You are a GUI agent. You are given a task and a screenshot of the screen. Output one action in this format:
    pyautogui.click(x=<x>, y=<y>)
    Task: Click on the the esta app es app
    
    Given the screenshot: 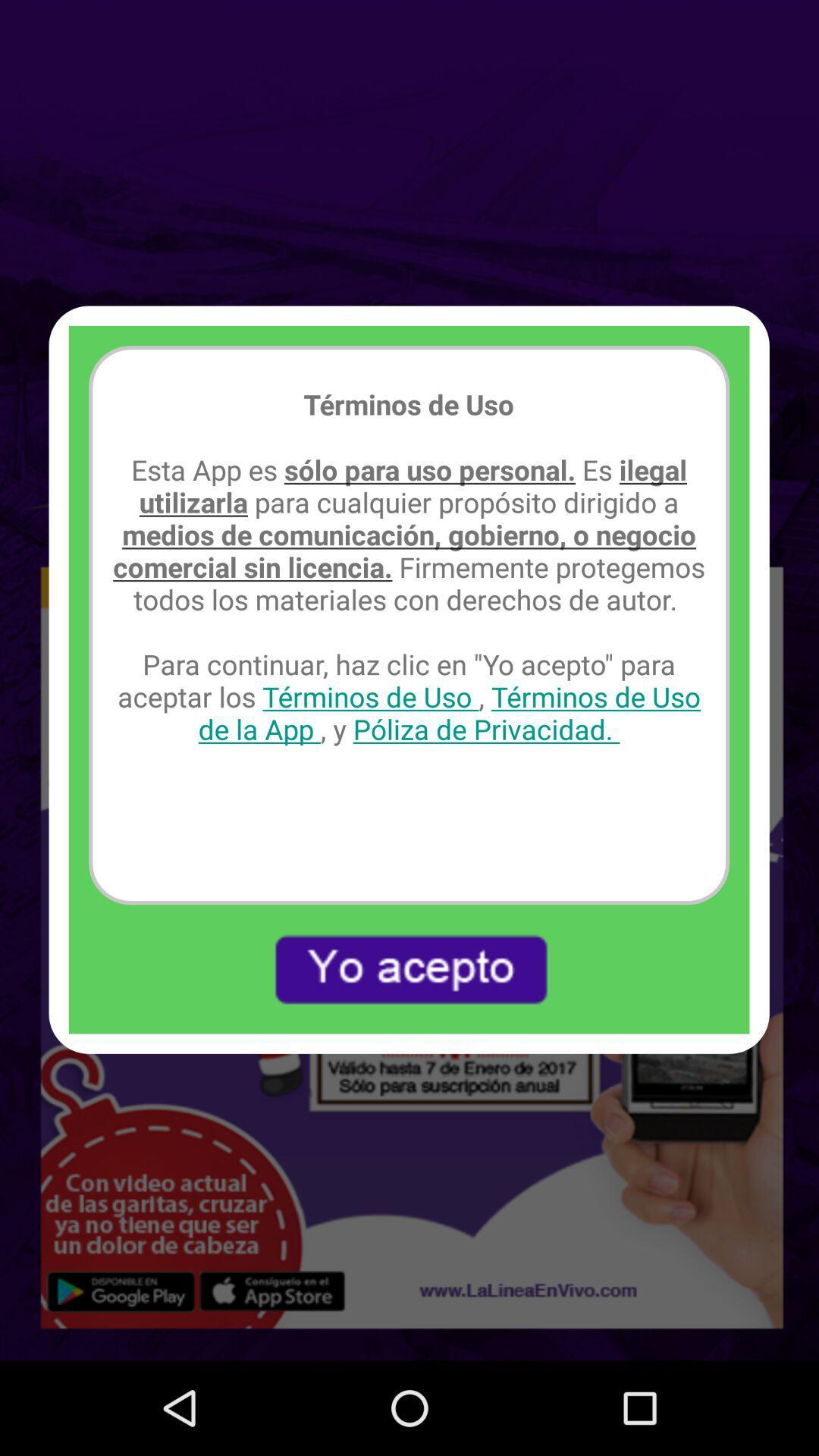 What is the action you would take?
    pyautogui.click(x=408, y=598)
    